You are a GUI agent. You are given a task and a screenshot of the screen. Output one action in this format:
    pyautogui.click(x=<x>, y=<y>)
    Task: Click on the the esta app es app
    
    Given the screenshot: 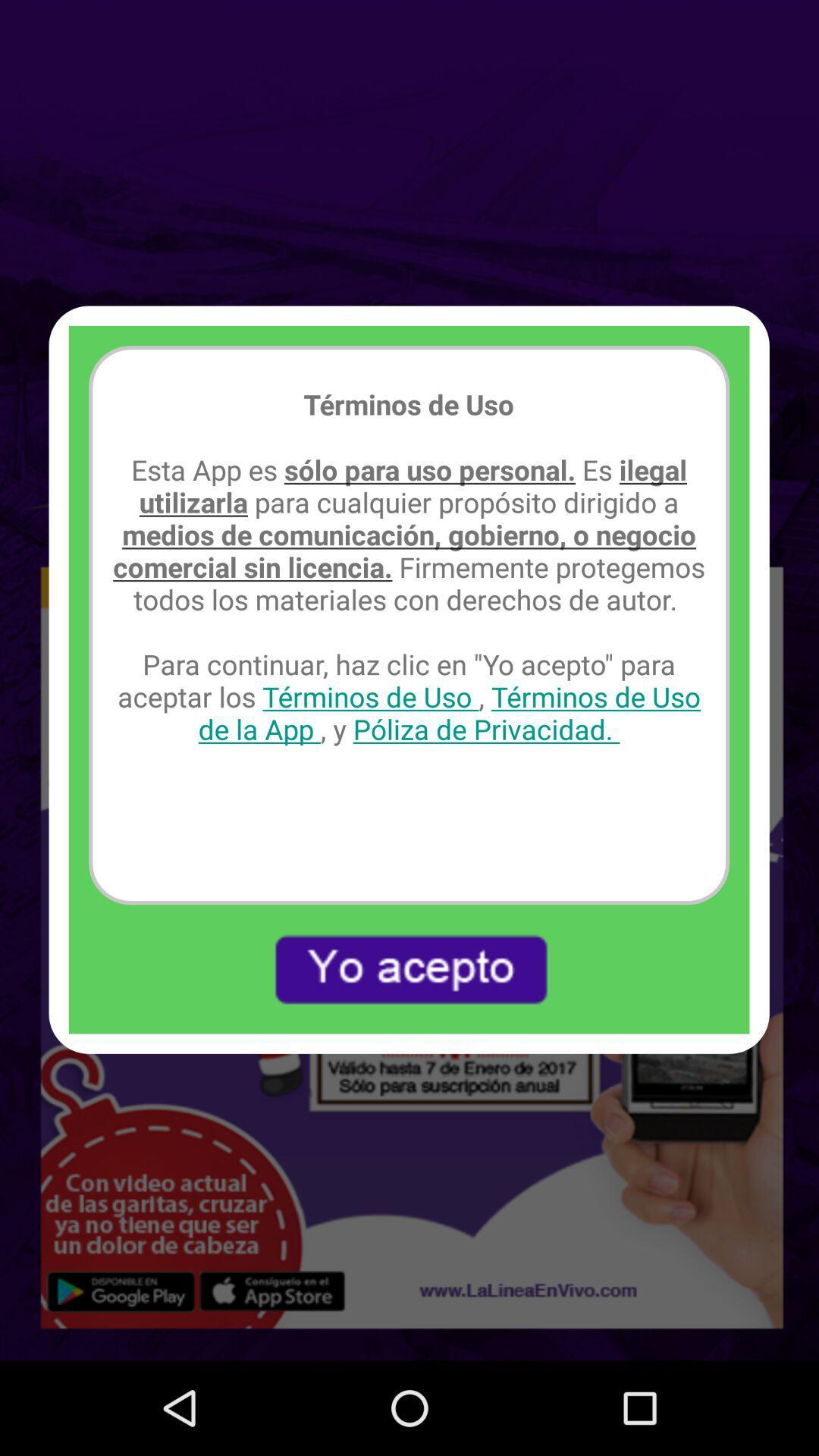 What is the action you would take?
    pyautogui.click(x=408, y=598)
    